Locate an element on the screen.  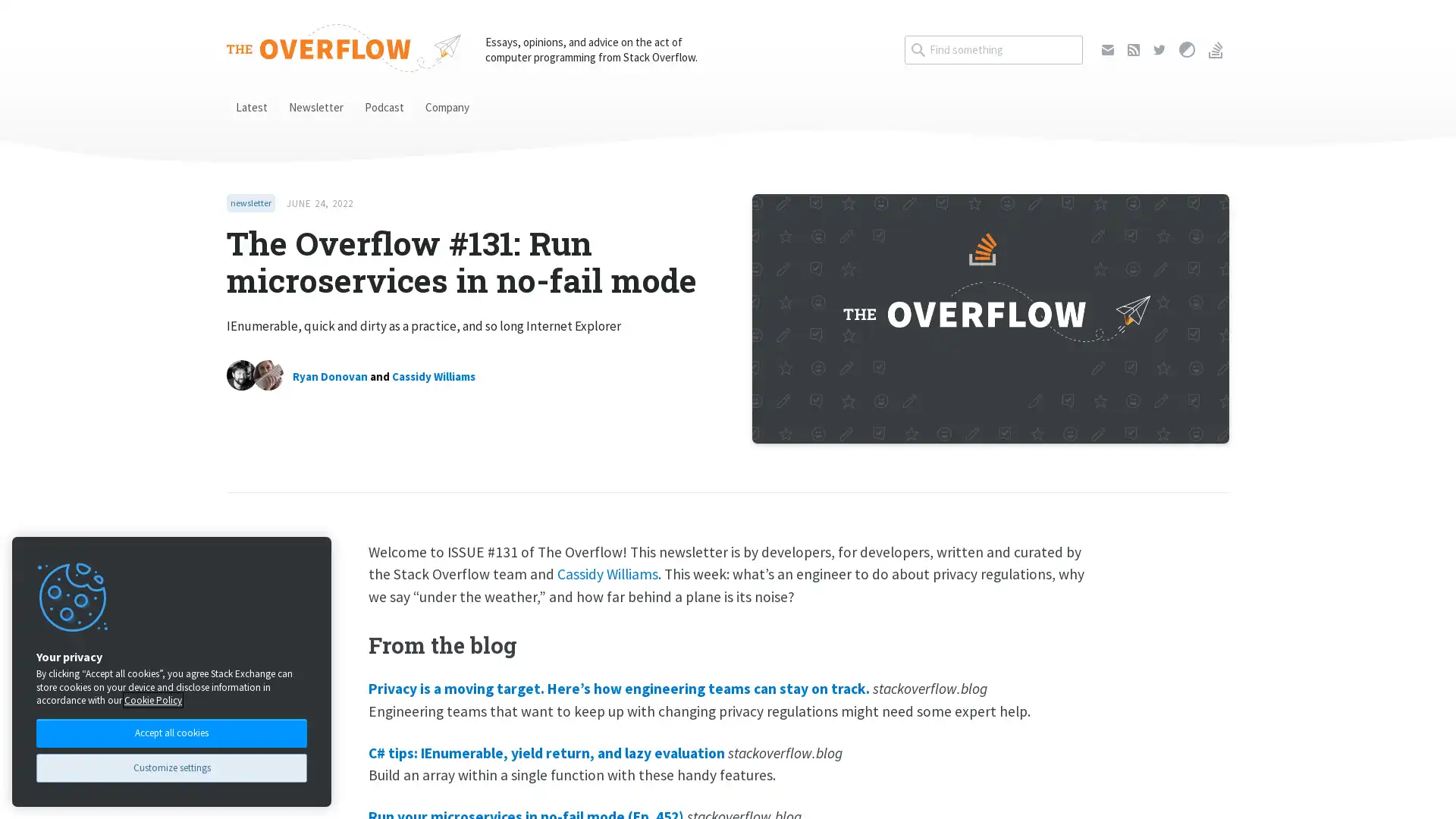
Customize settings is located at coordinates (171, 767).